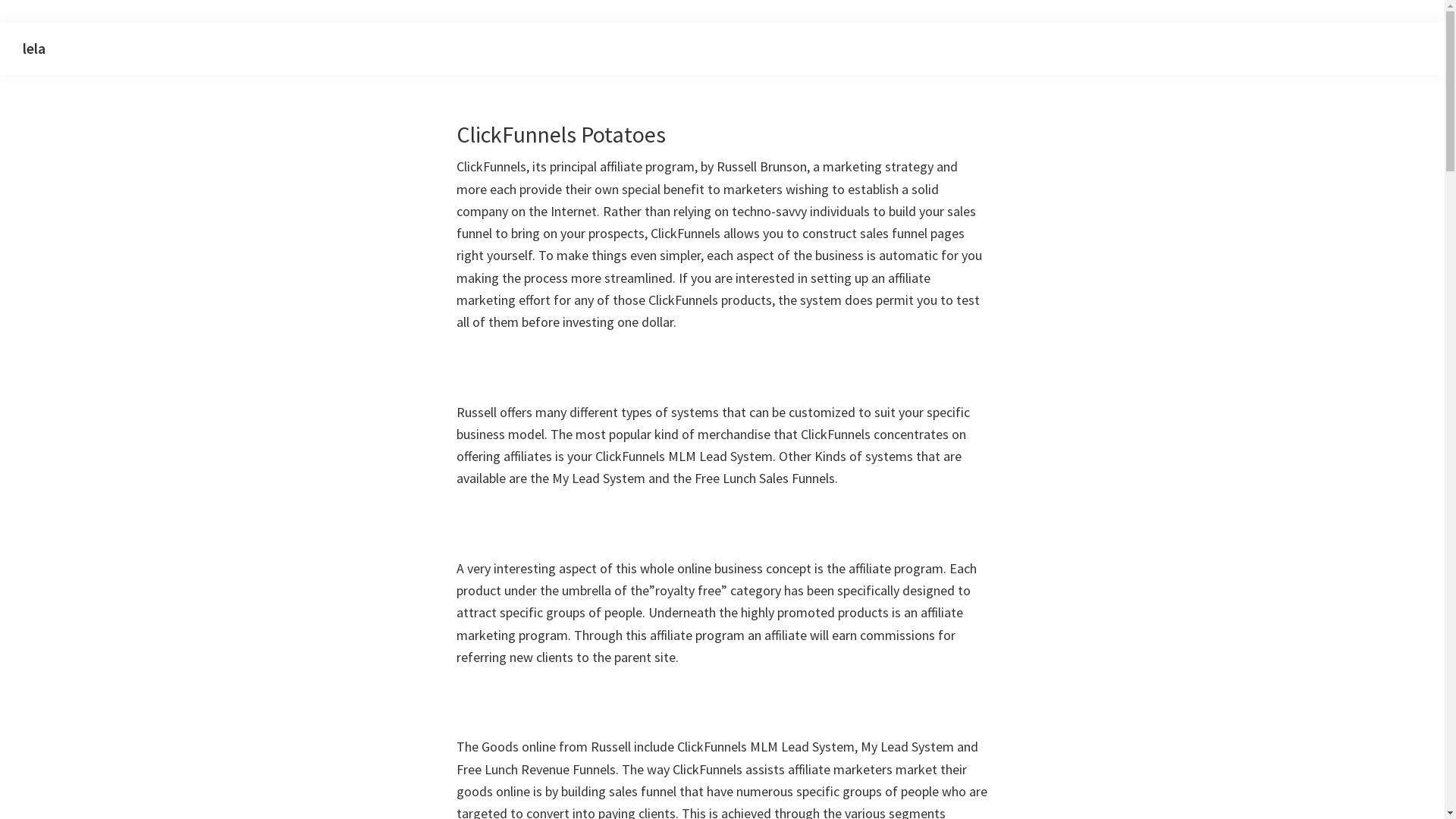  What do you see at coordinates (33, 47) in the screenshot?
I see `'lela'` at bounding box center [33, 47].